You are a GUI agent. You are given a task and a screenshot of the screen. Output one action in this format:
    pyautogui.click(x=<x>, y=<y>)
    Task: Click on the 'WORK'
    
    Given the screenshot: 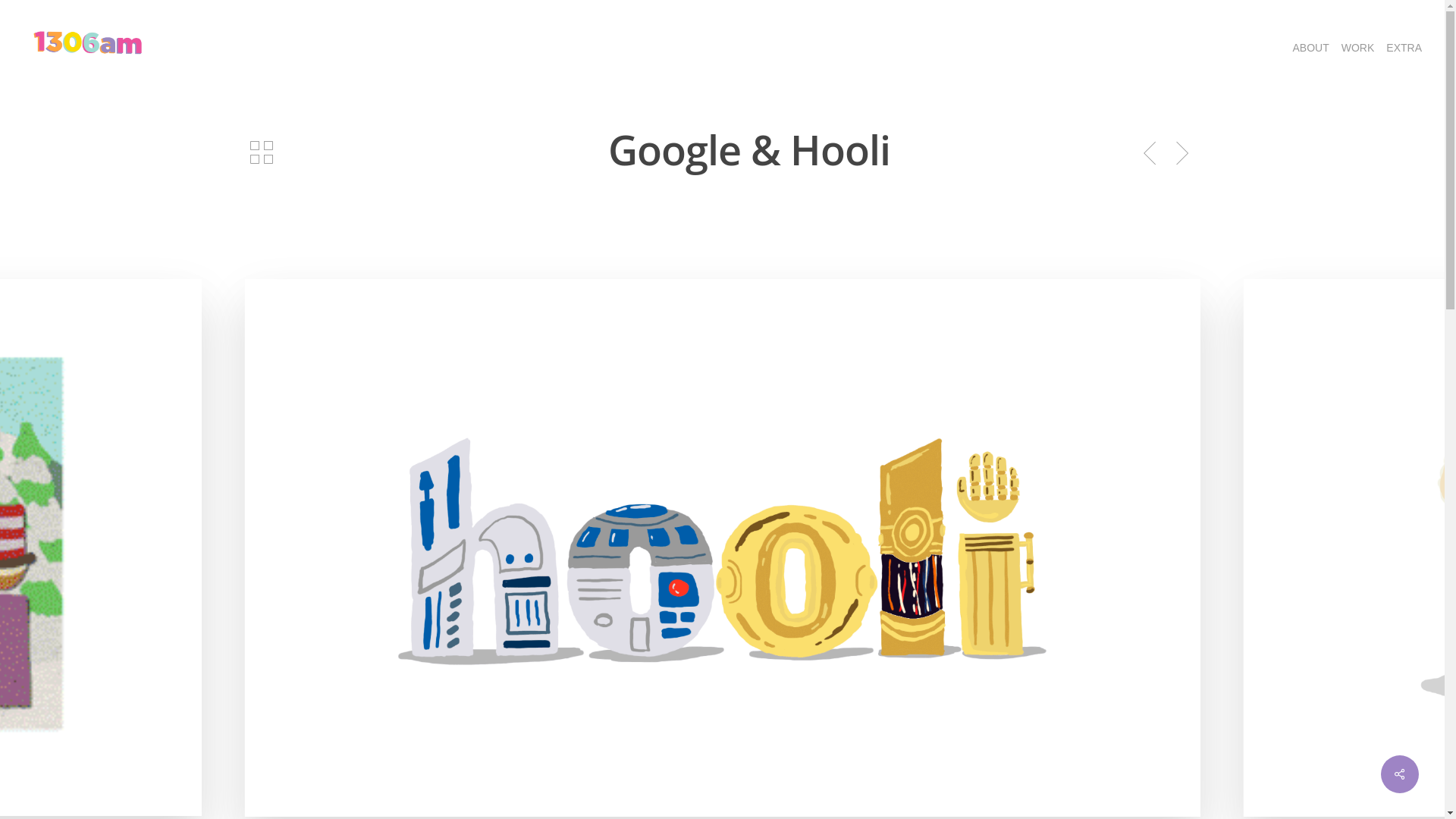 What is the action you would take?
    pyautogui.click(x=1357, y=46)
    